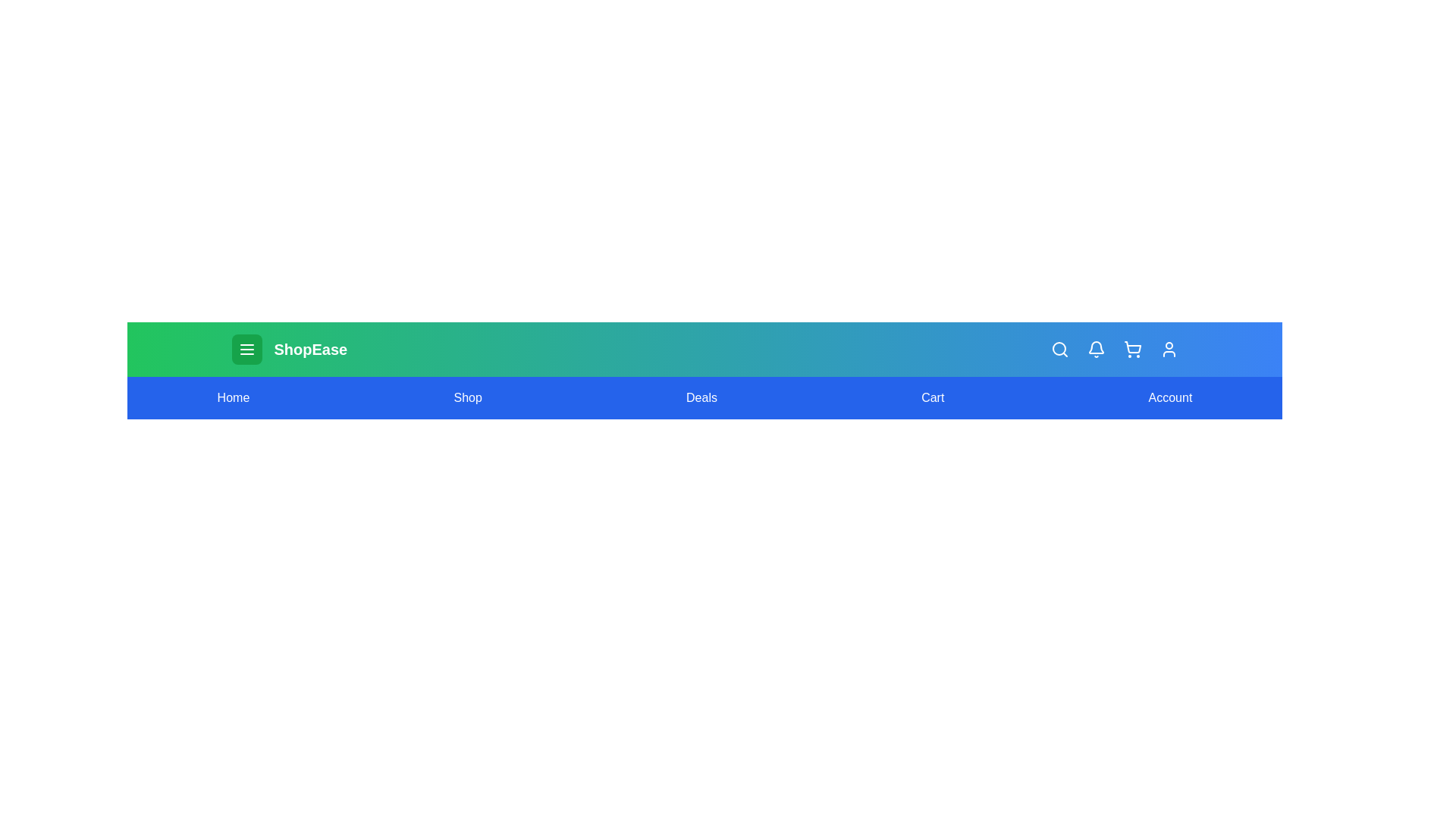 Image resolution: width=1456 pixels, height=819 pixels. Describe the element at coordinates (467, 397) in the screenshot. I see `the Shop navigation link to navigate to the corresponding section` at that location.